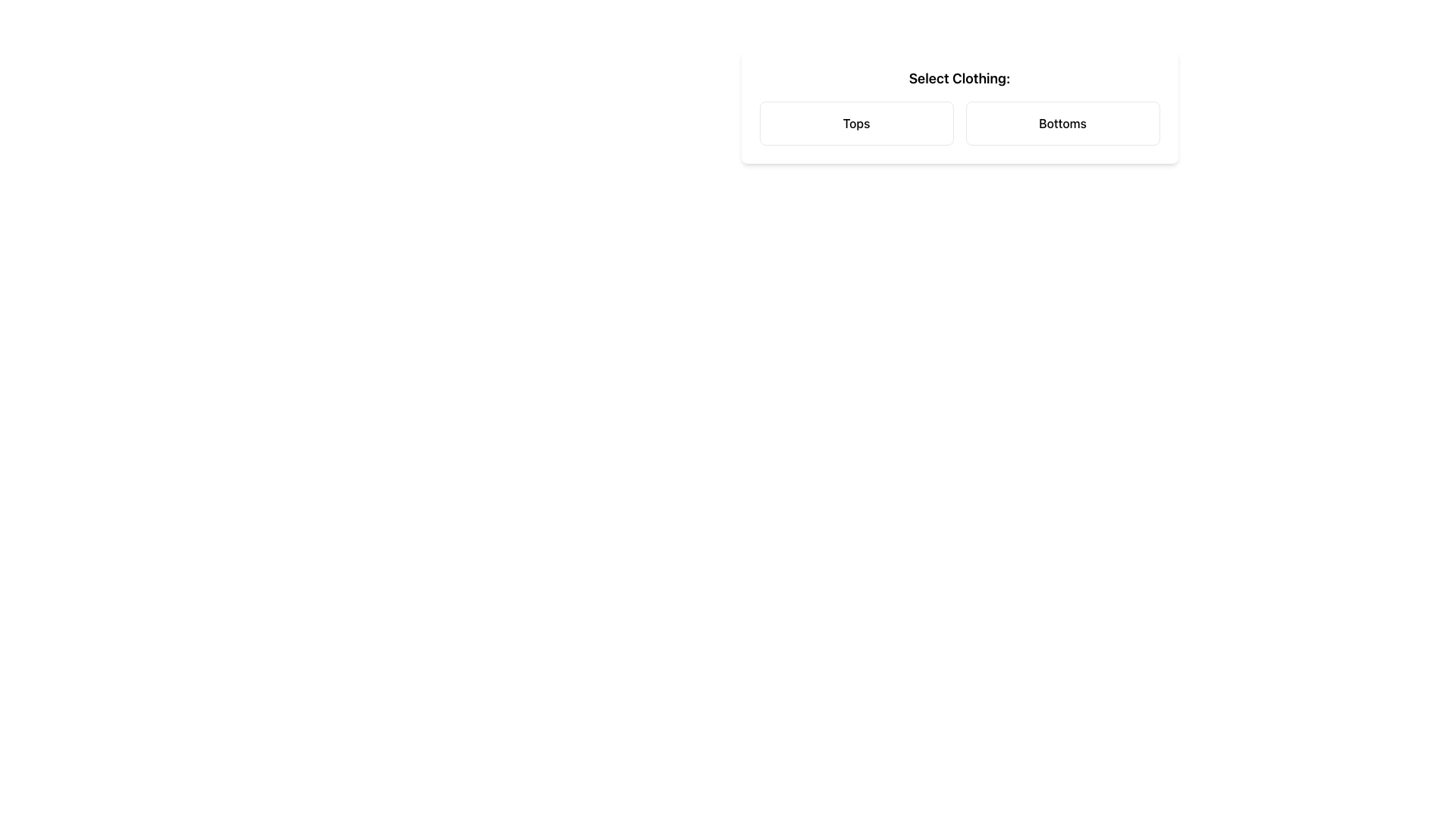  I want to click on the 'Bottoms' category button in the 'Select Clothing' section, so click(1062, 122).